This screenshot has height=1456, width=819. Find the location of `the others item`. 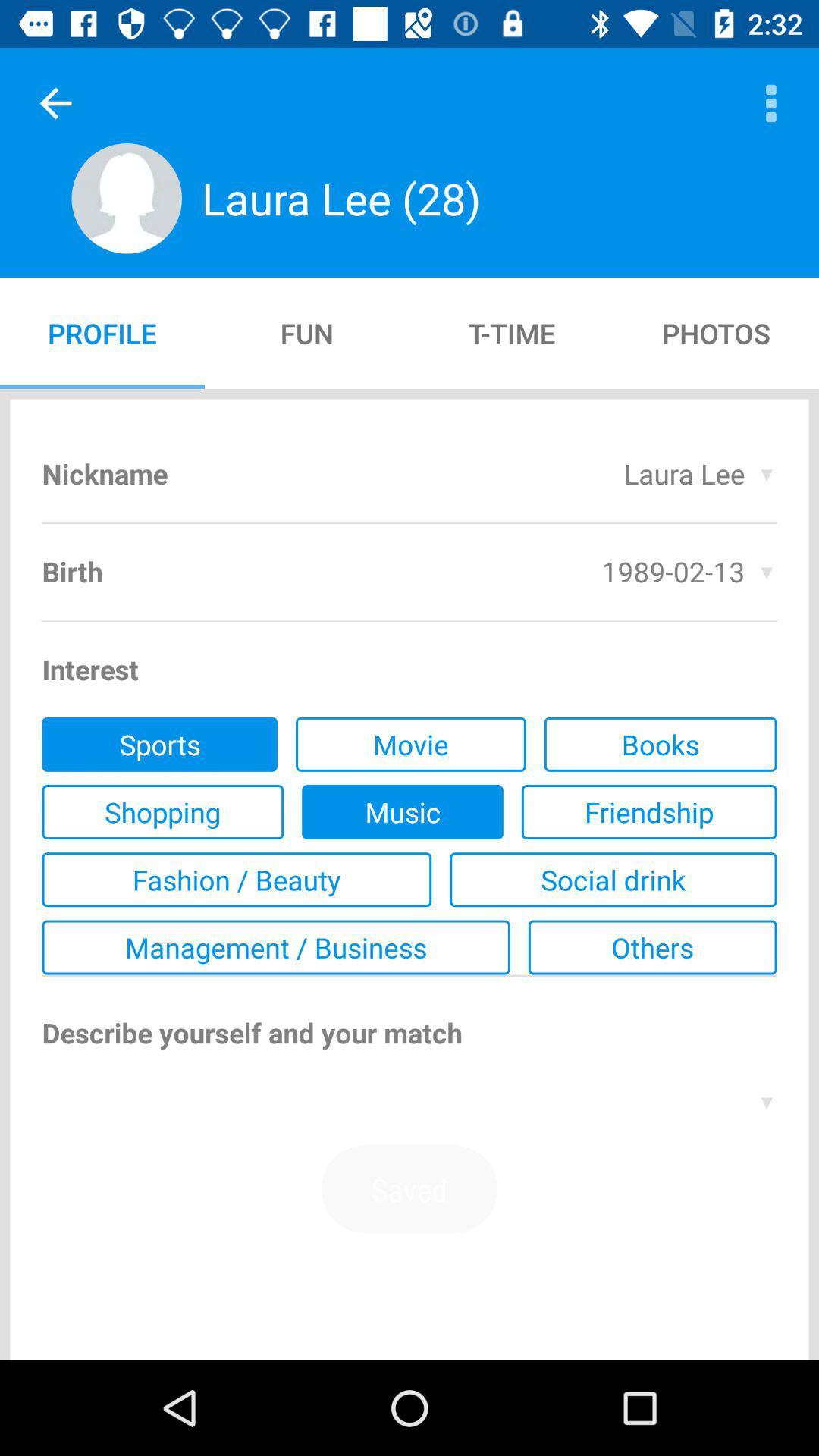

the others item is located at coordinates (651, 946).